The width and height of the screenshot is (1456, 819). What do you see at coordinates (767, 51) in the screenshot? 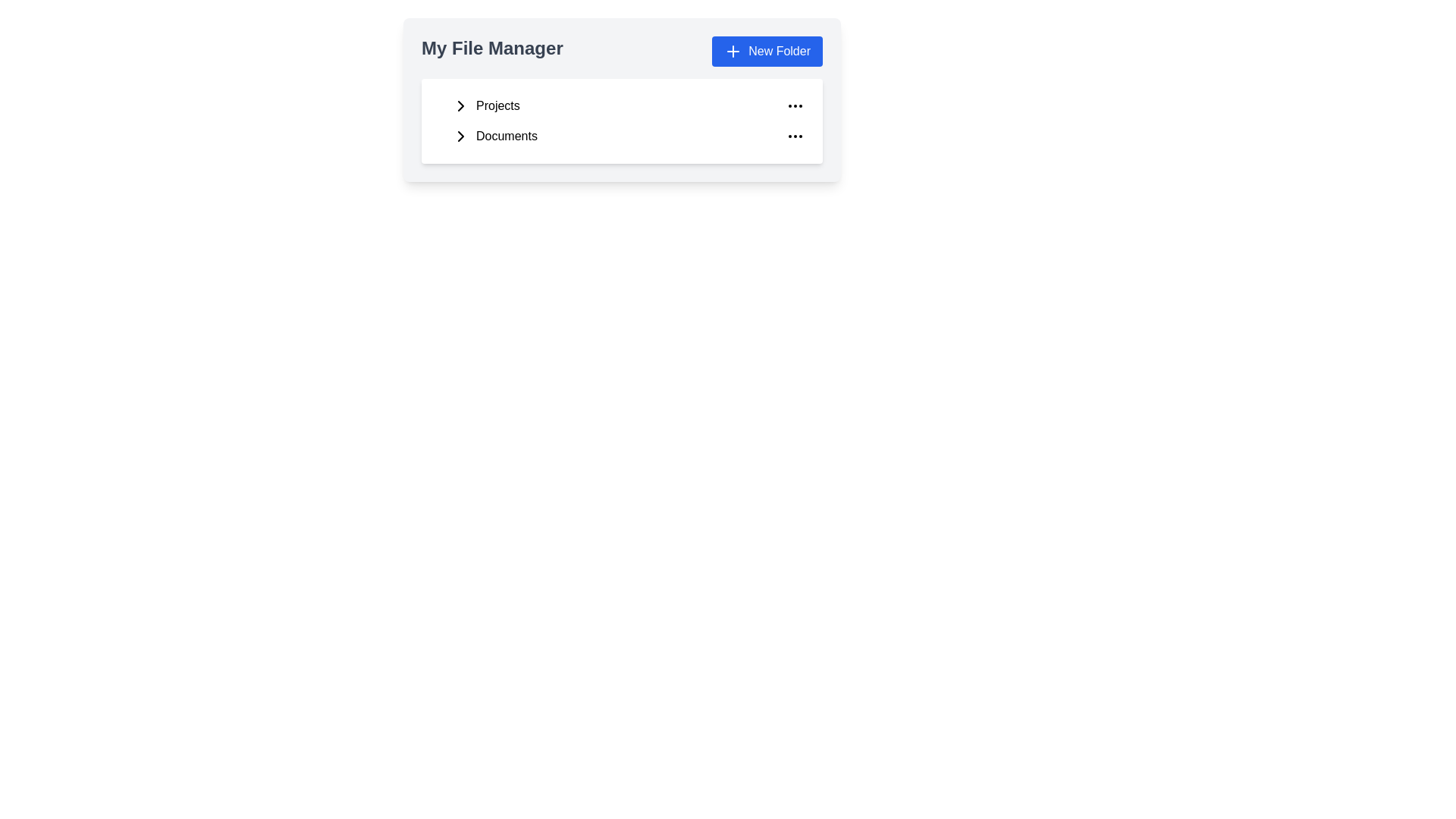
I see `the blue 'New Folder' button with rounded corners located at the top right of the 'My File Manager' section` at bounding box center [767, 51].